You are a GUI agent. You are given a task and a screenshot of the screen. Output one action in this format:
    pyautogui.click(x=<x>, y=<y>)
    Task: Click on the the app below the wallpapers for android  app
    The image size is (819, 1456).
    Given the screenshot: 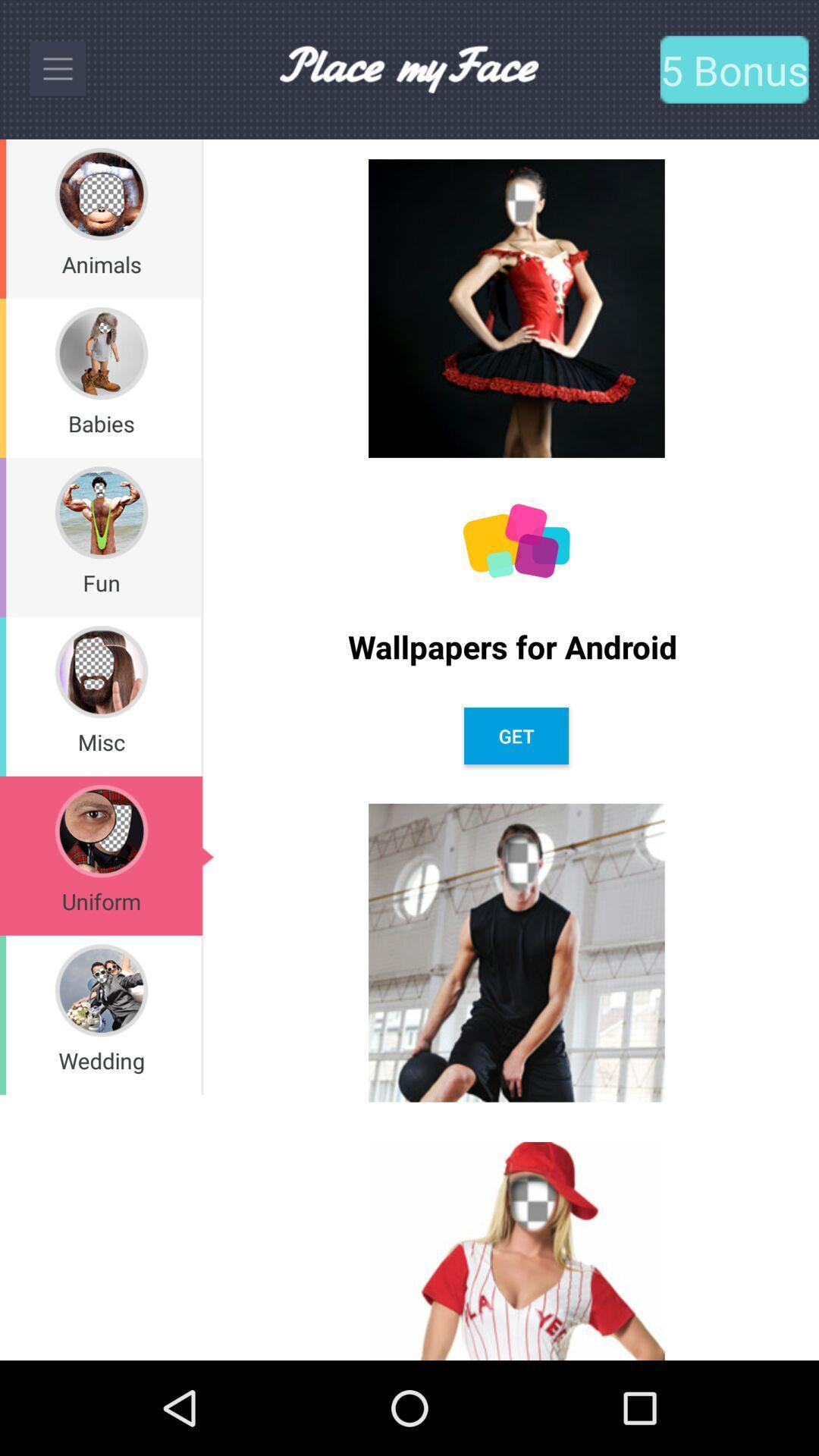 What is the action you would take?
    pyautogui.click(x=516, y=736)
    